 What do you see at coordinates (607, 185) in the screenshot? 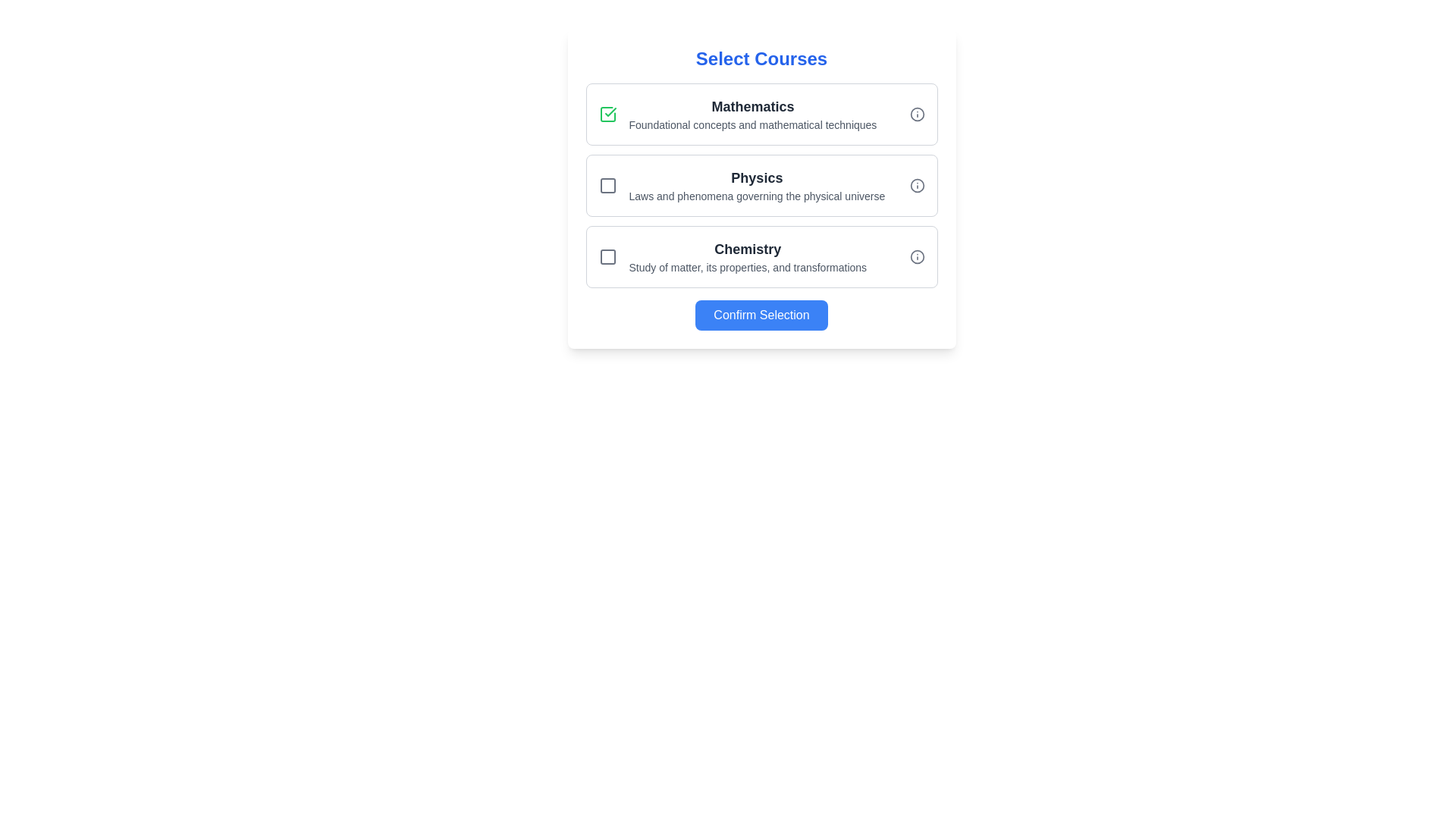
I see `the checkbox for the 'Physics' course selection option` at bounding box center [607, 185].